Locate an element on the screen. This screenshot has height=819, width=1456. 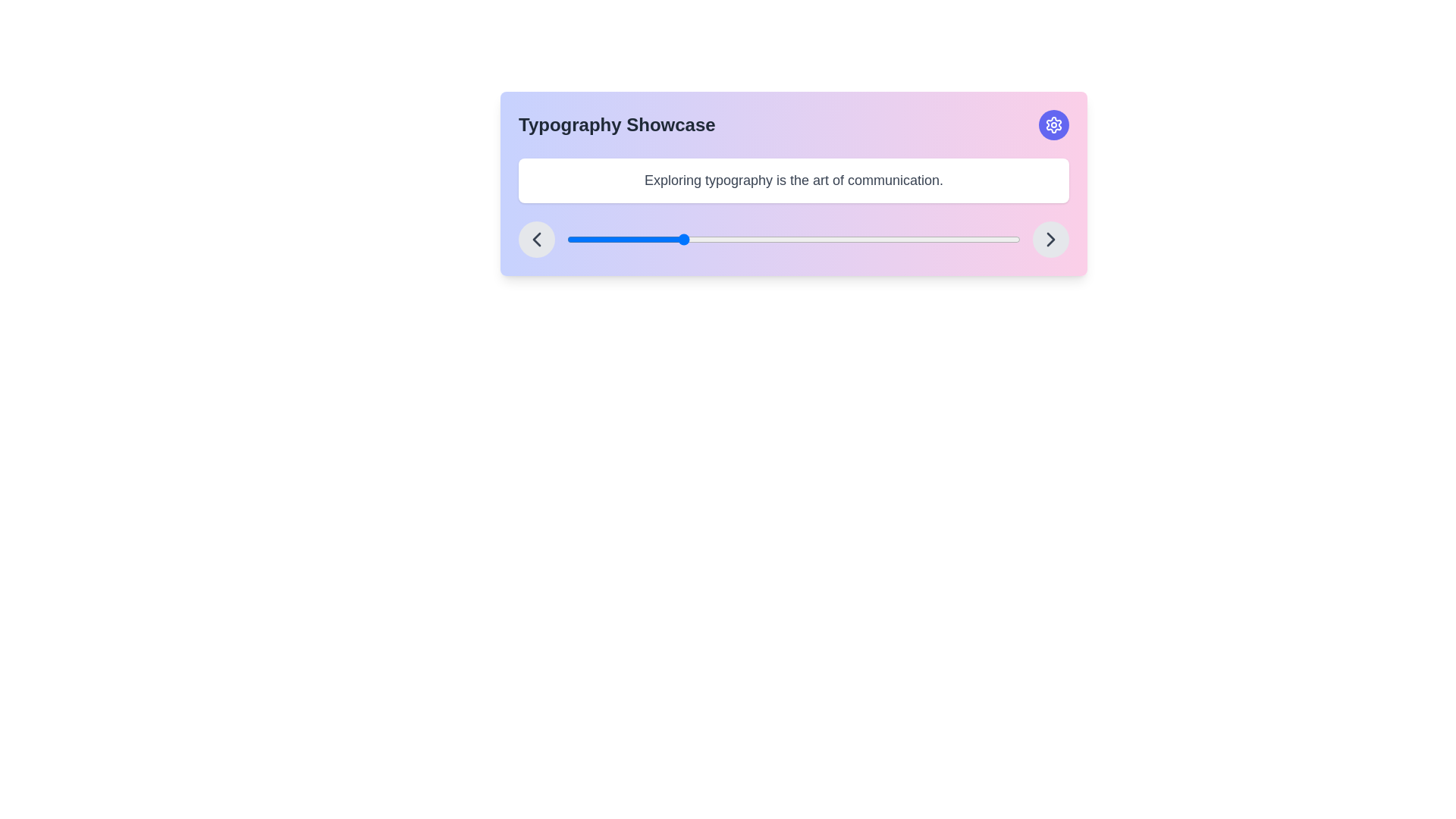
the small triangular left-pointing chevron icon is located at coordinates (537, 239).